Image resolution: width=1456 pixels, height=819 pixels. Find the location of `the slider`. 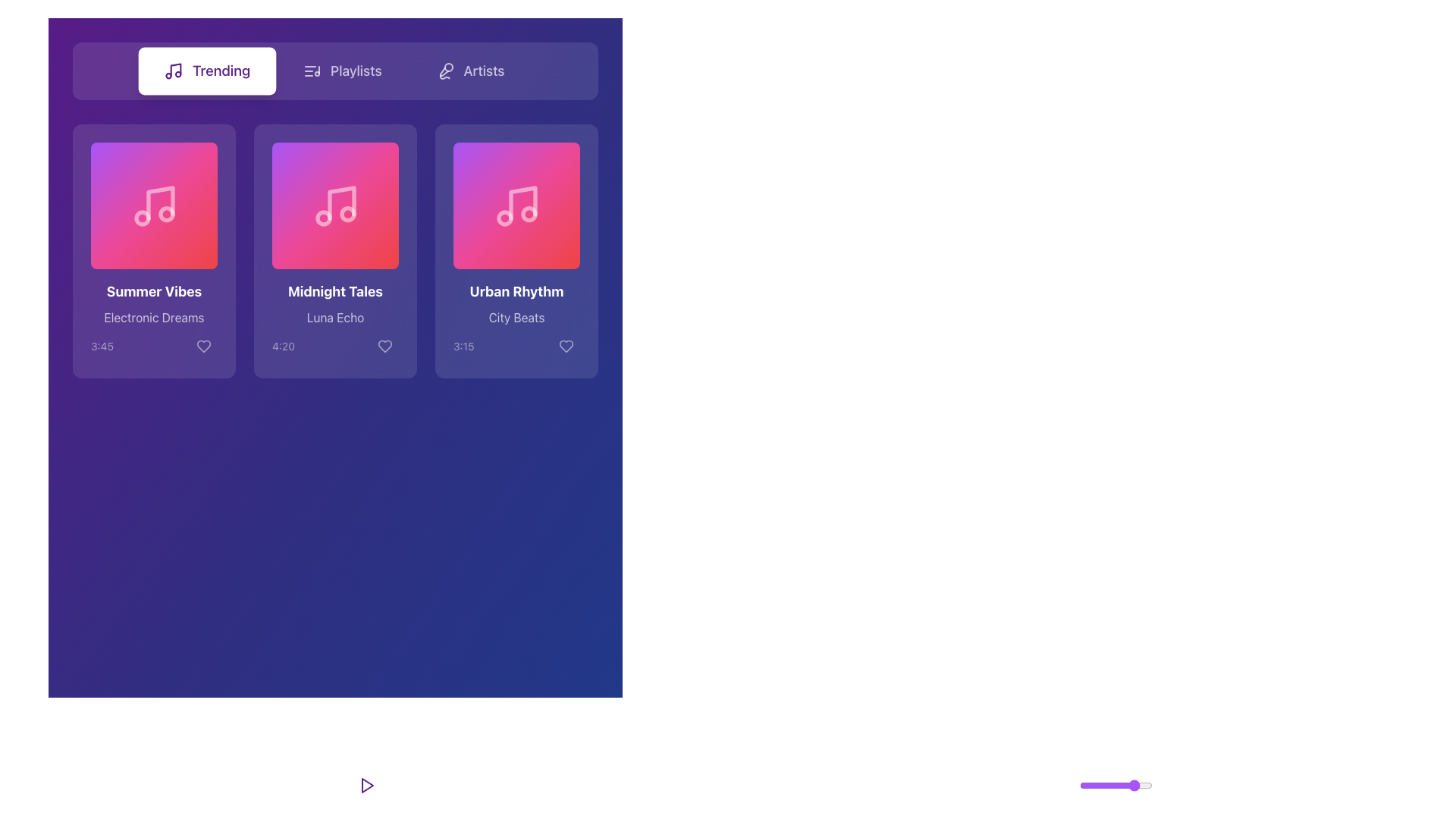

the slider is located at coordinates (1132, 785).